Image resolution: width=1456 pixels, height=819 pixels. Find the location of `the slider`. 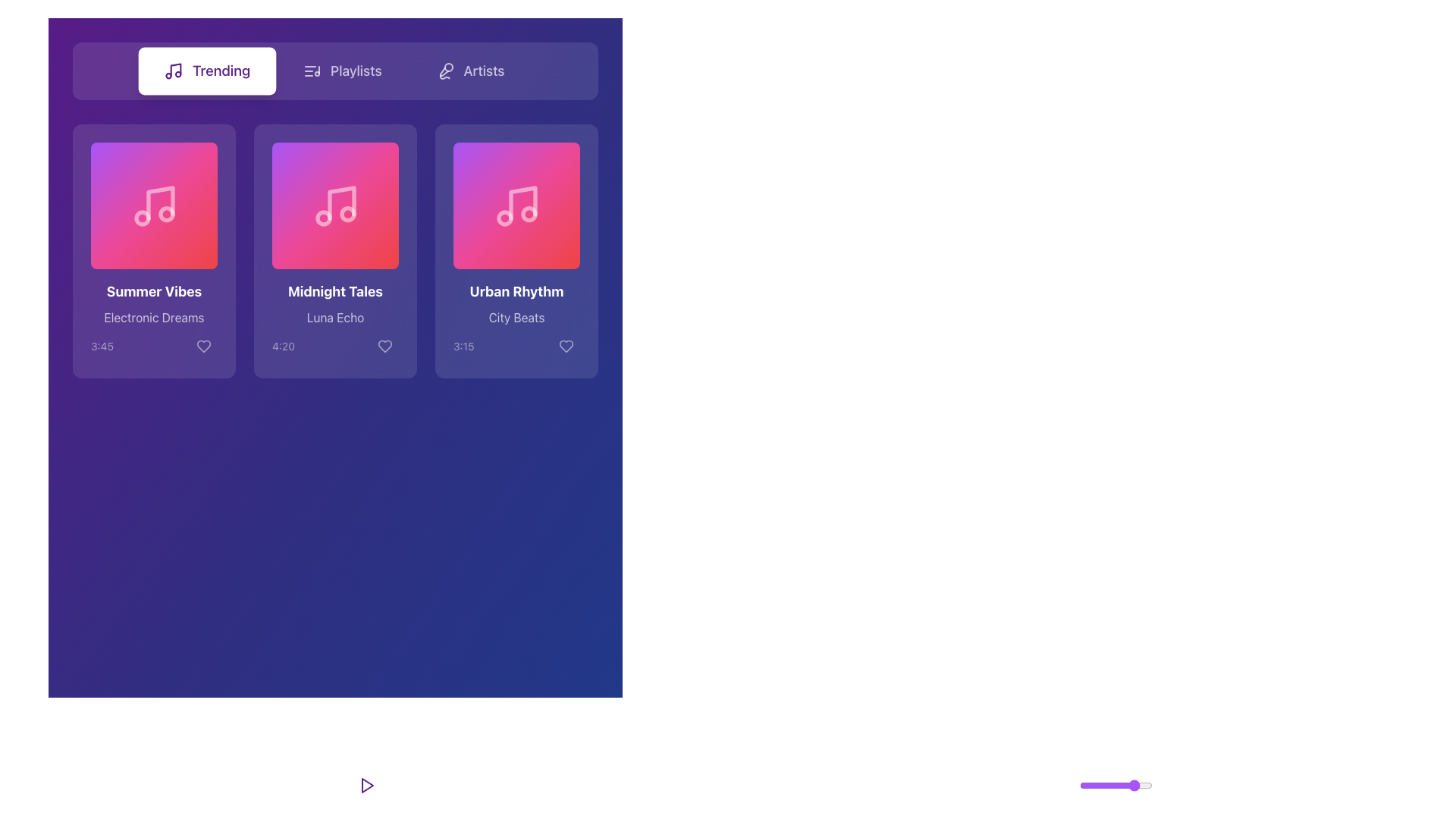

the slider is located at coordinates (1132, 785).